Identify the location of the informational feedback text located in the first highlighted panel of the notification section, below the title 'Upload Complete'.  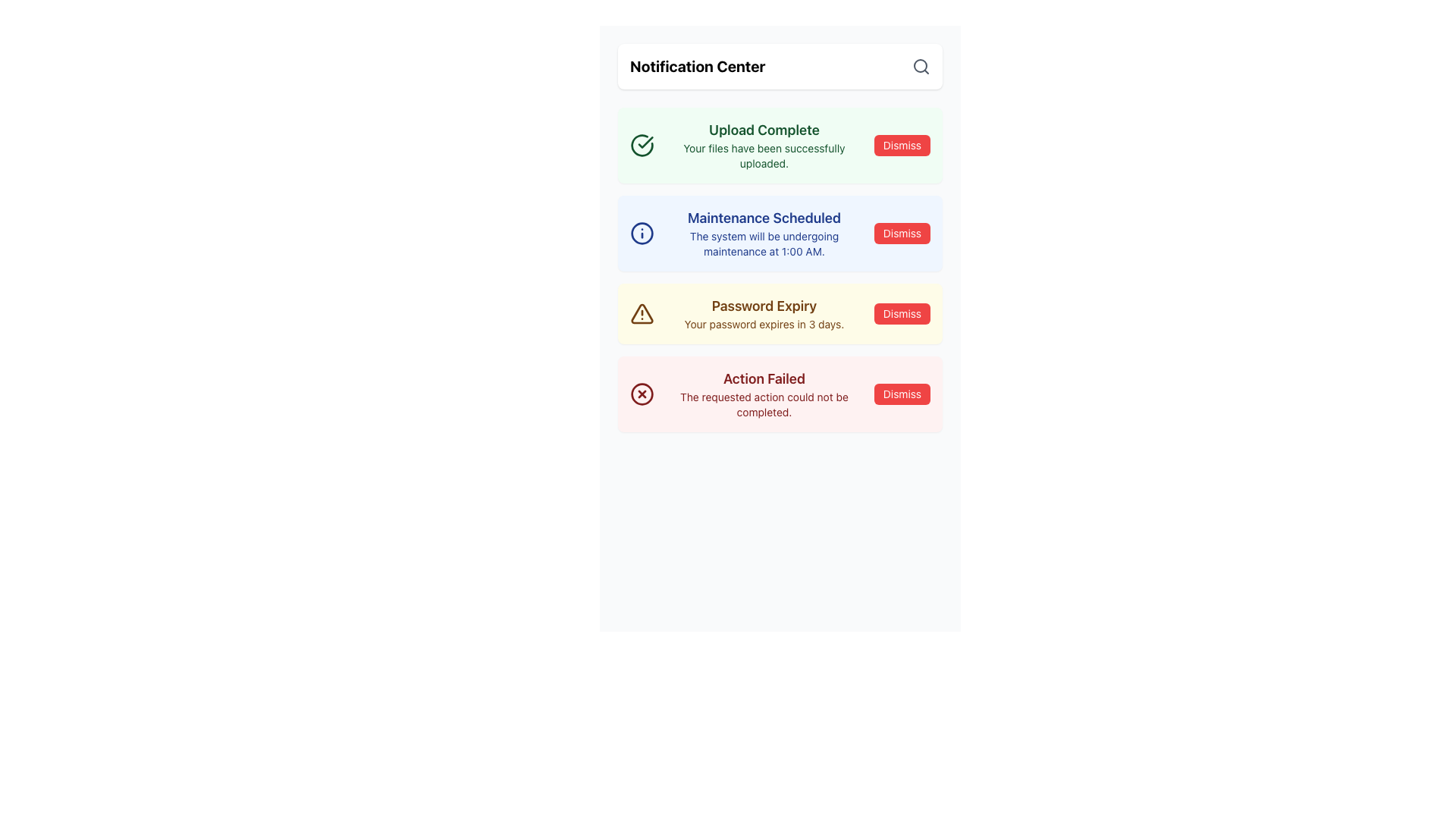
(764, 155).